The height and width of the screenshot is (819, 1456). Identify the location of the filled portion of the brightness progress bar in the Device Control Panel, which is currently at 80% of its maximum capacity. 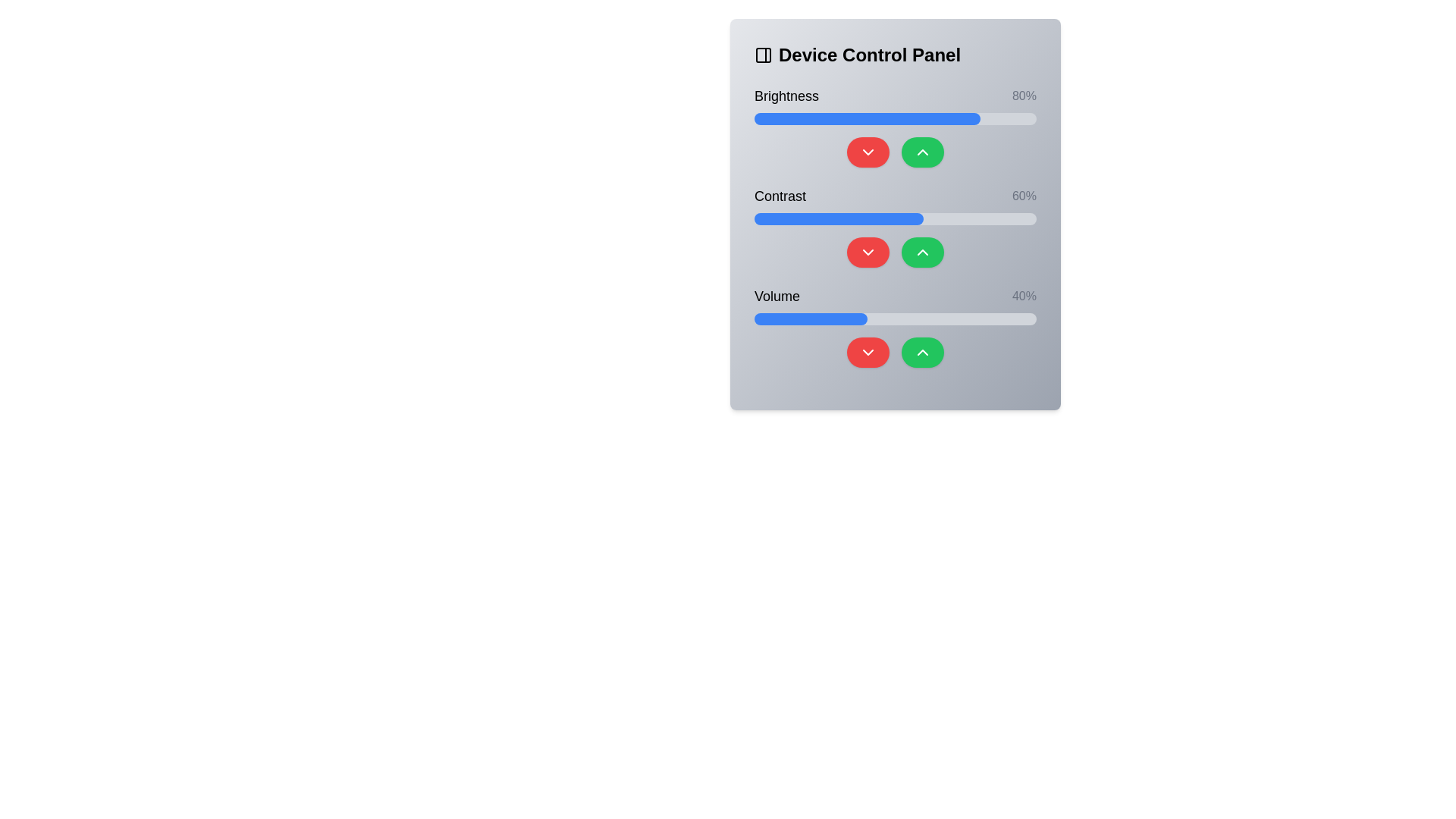
(867, 118).